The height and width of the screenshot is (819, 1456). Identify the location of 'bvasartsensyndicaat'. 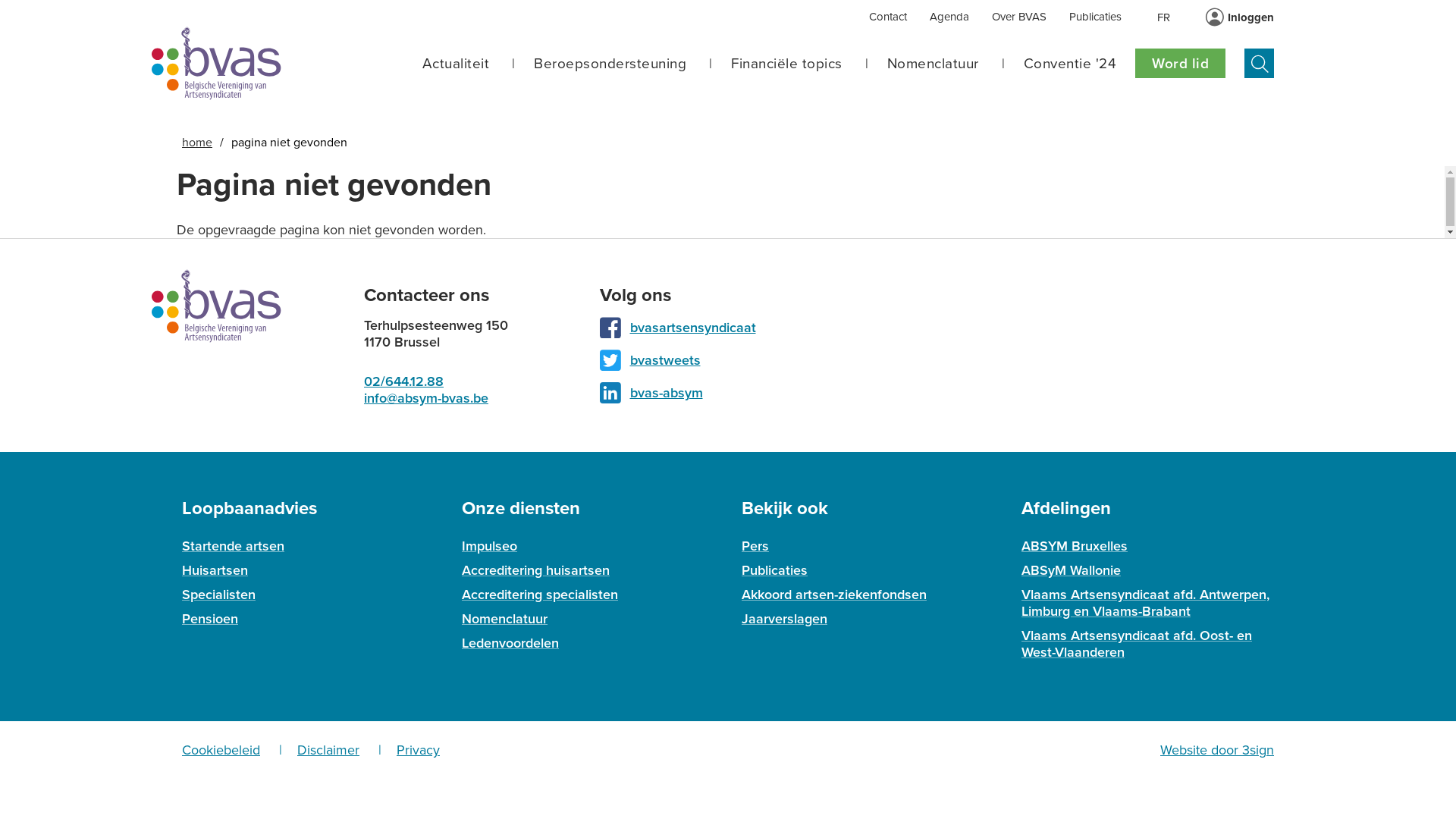
(691, 327).